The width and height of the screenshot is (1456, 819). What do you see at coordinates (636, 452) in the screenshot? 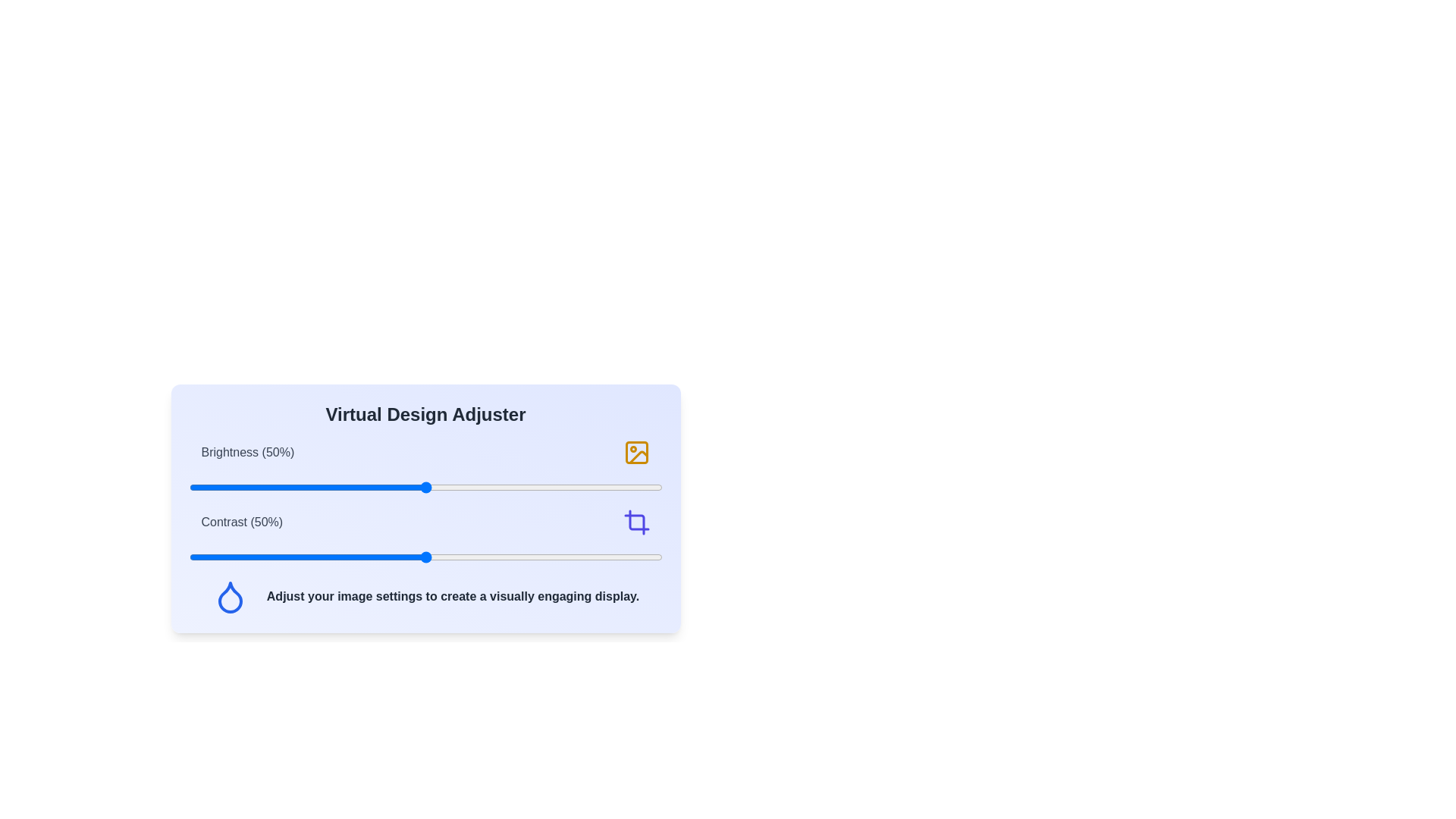
I see `the 'Image' icon for brightness adjustment` at bounding box center [636, 452].